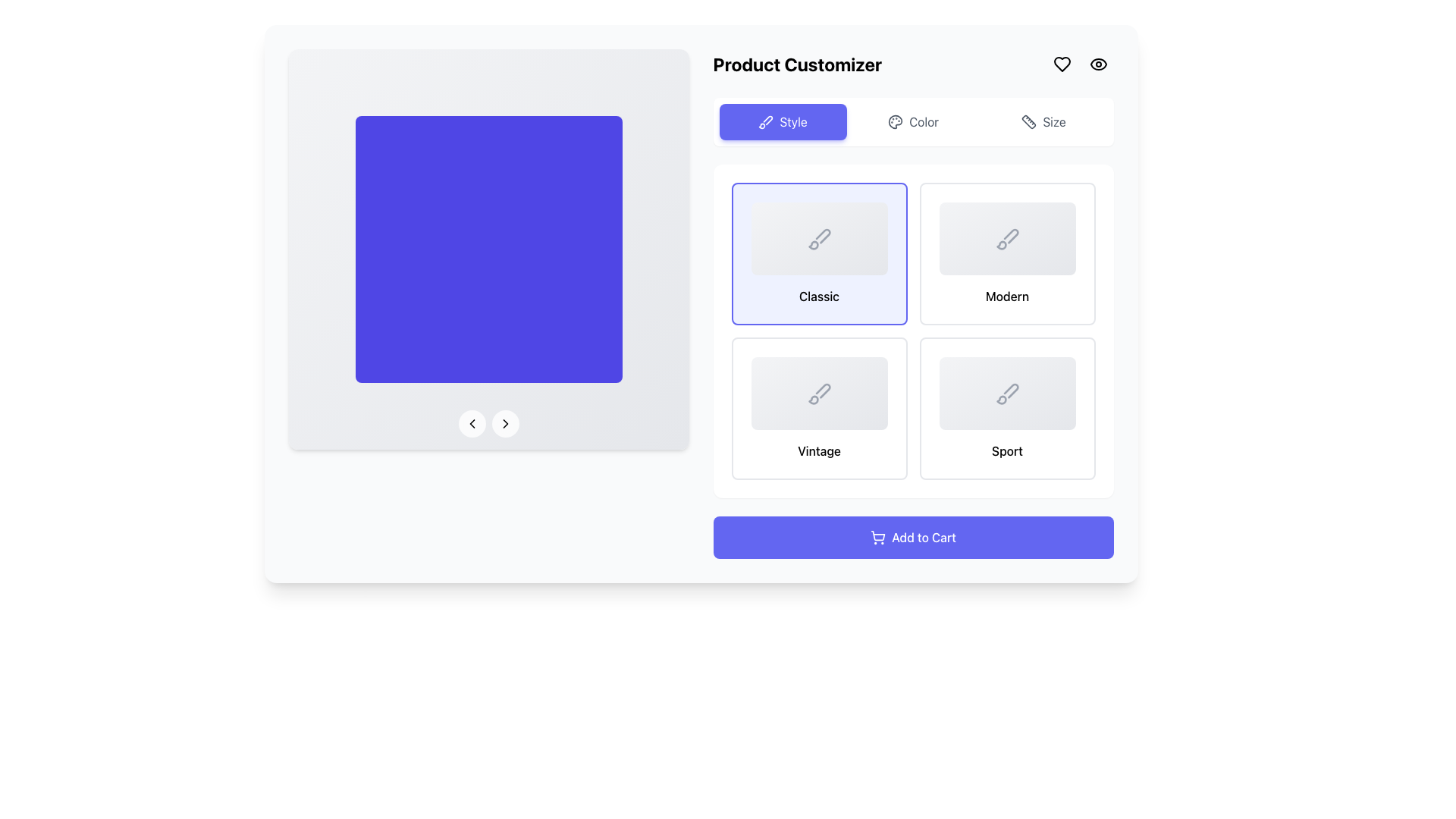  I want to click on the 'Vintage' selectable card located in the second row and second position of the card grid under the 'Style' section, so click(818, 393).